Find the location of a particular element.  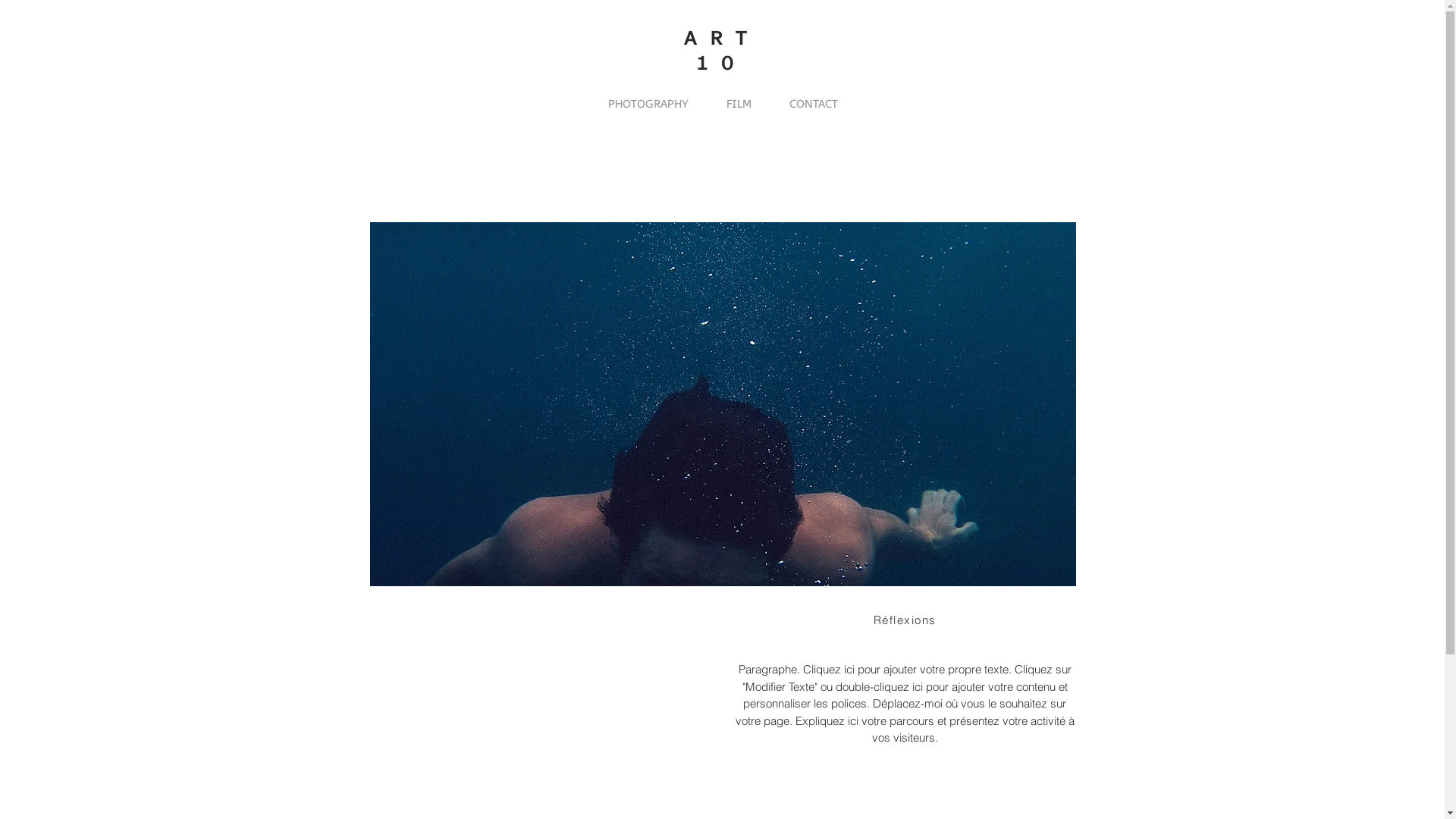

'CONTACT' is located at coordinates (813, 103).